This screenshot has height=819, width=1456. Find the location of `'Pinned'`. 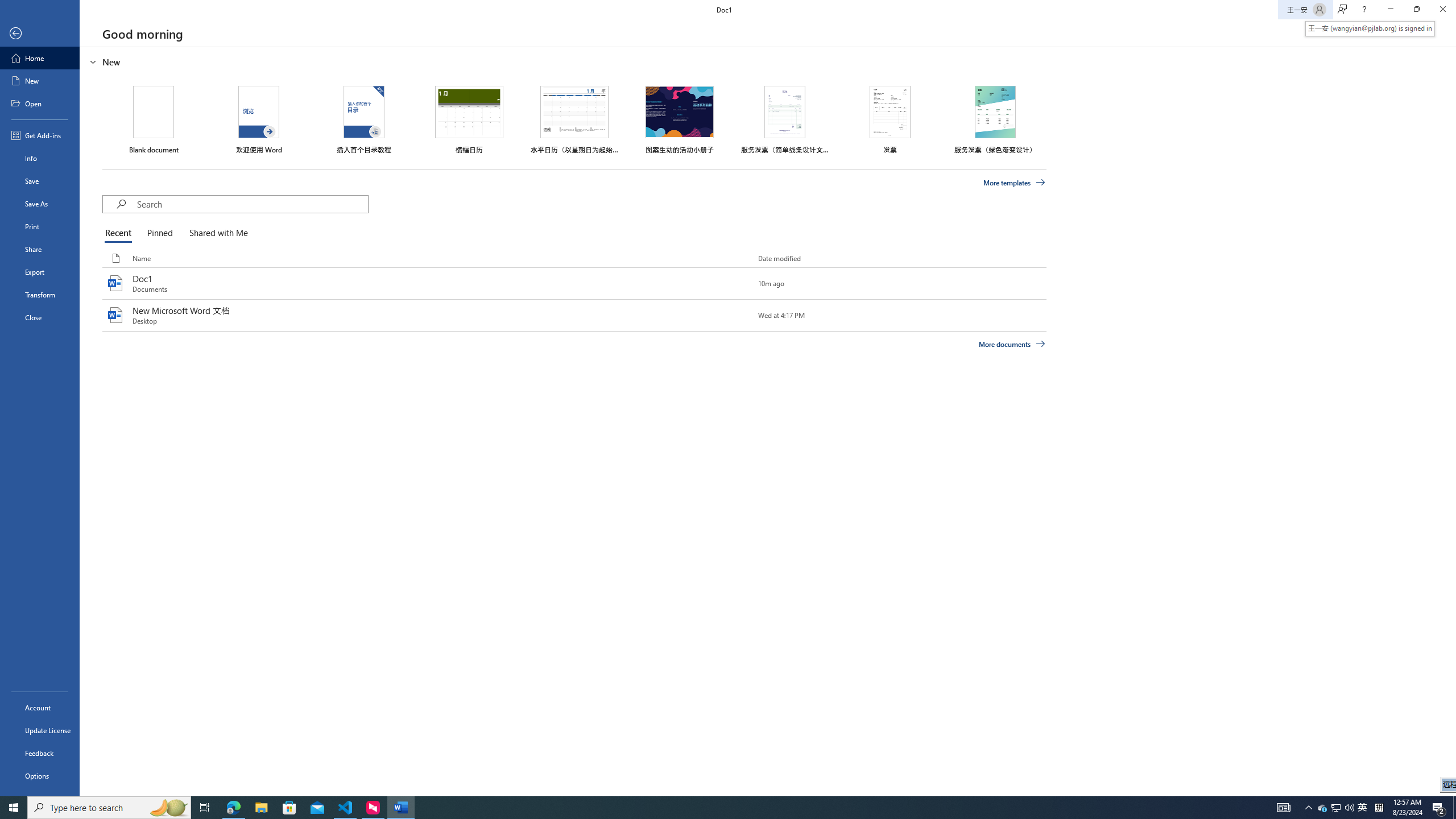

'Pinned' is located at coordinates (159, 233).